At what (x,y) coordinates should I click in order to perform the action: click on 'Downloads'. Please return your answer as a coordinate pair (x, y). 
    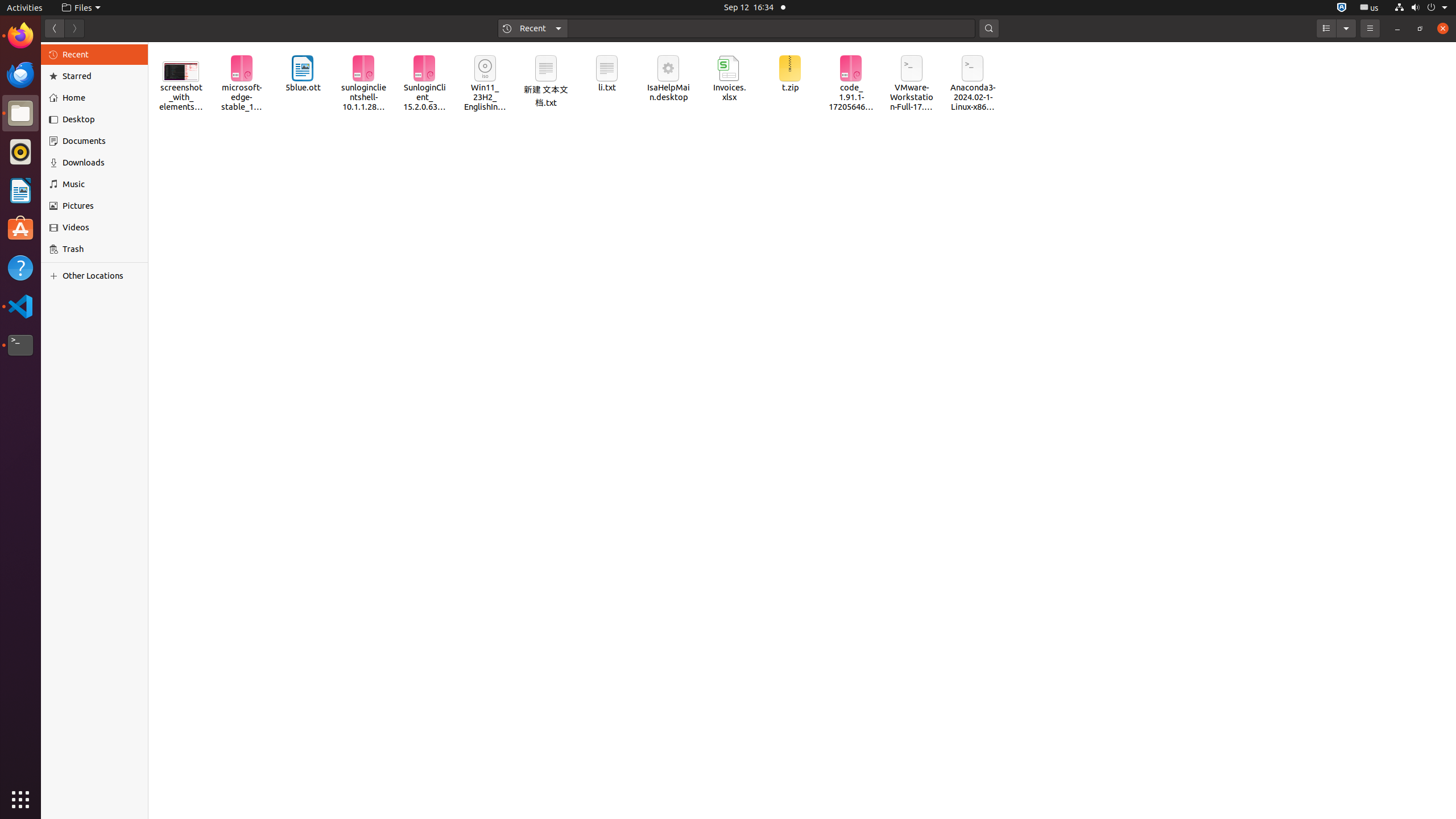
    Looking at the image, I should click on (100, 162).